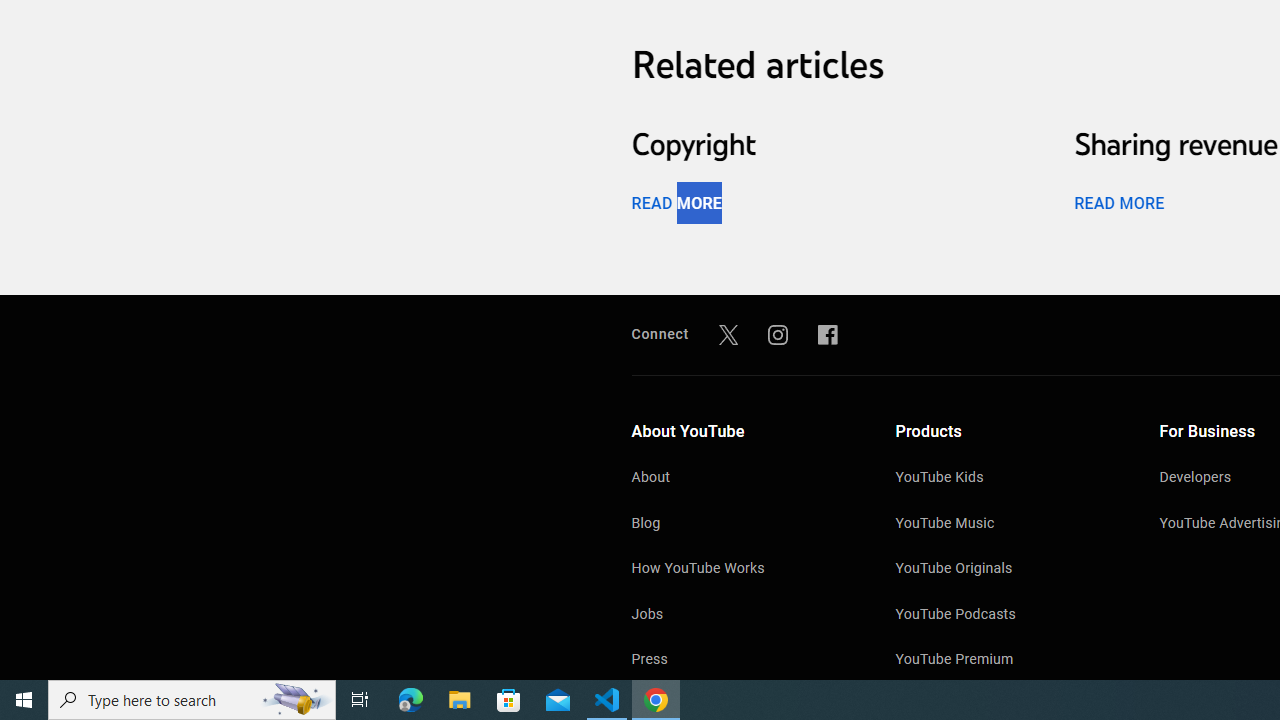 The height and width of the screenshot is (720, 1280). I want to click on 'YouTube Originals', so click(1007, 570).